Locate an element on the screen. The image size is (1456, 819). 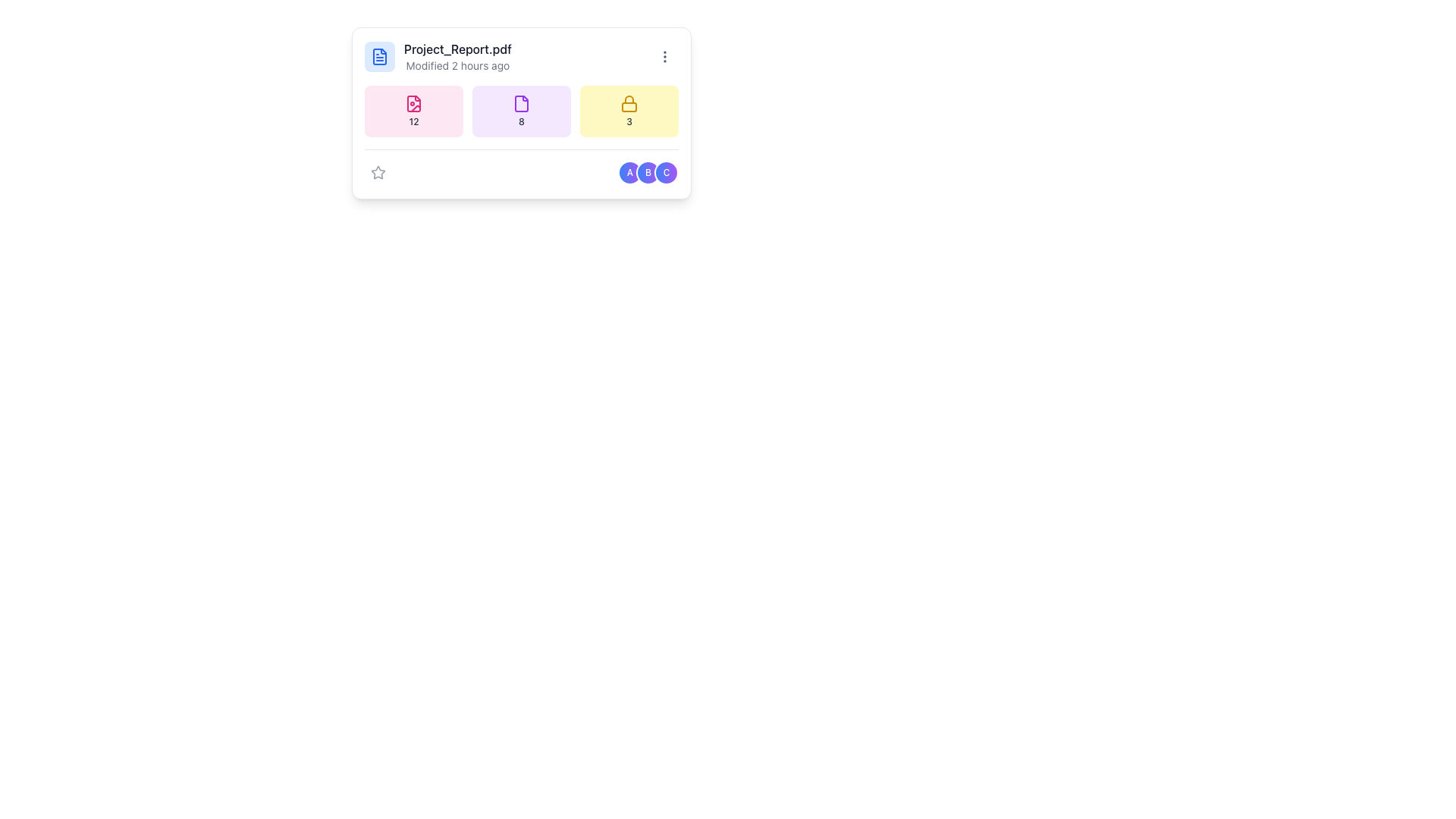
the small numerical text '8' that is located at the bottom center of the light purple card displaying '8 Documents' and a file icon to associate the count with the larger context is located at coordinates (521, 121).